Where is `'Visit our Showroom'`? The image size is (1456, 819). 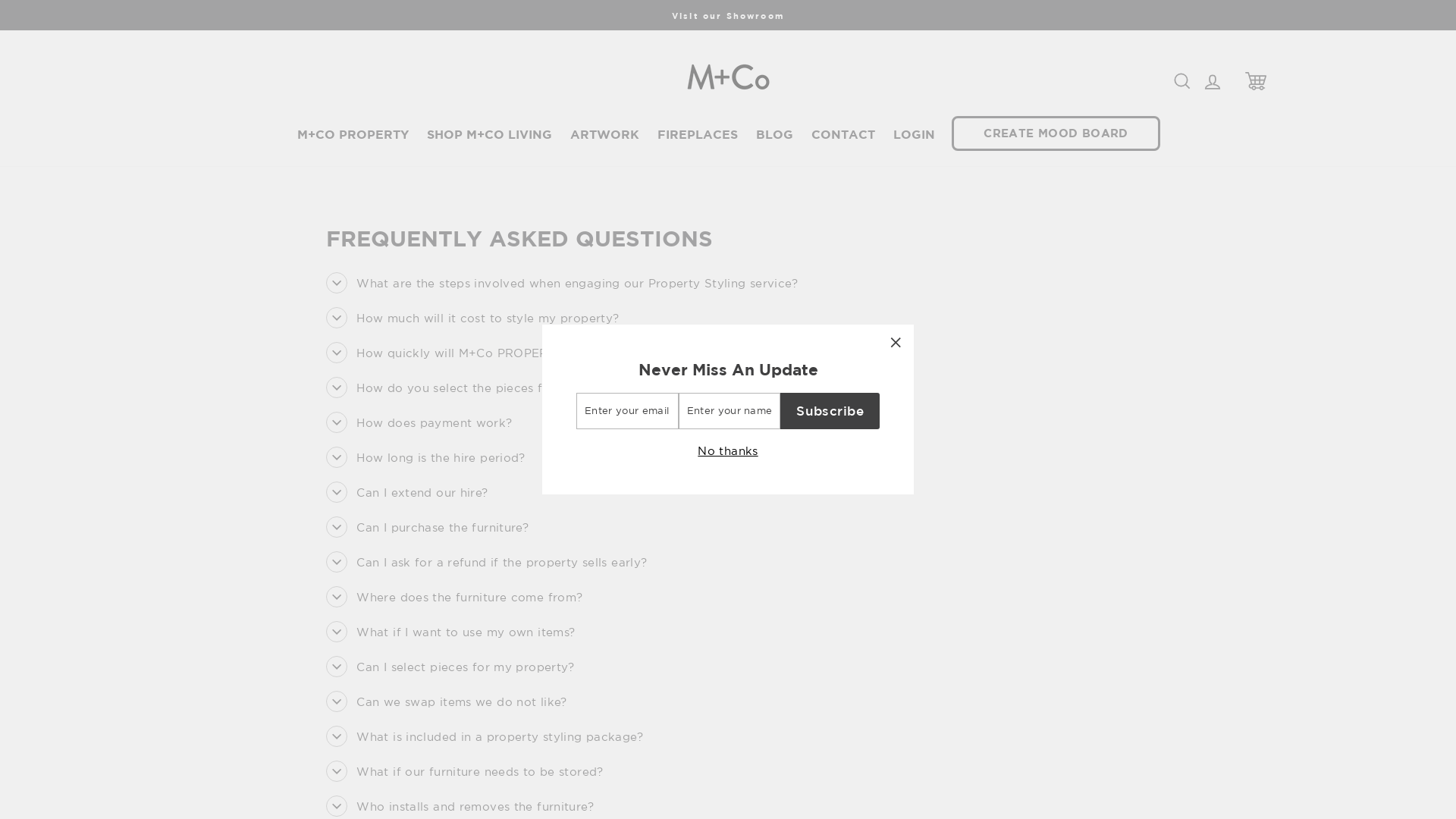 'Visit our Showroom' is located at coordinates (728, 14).